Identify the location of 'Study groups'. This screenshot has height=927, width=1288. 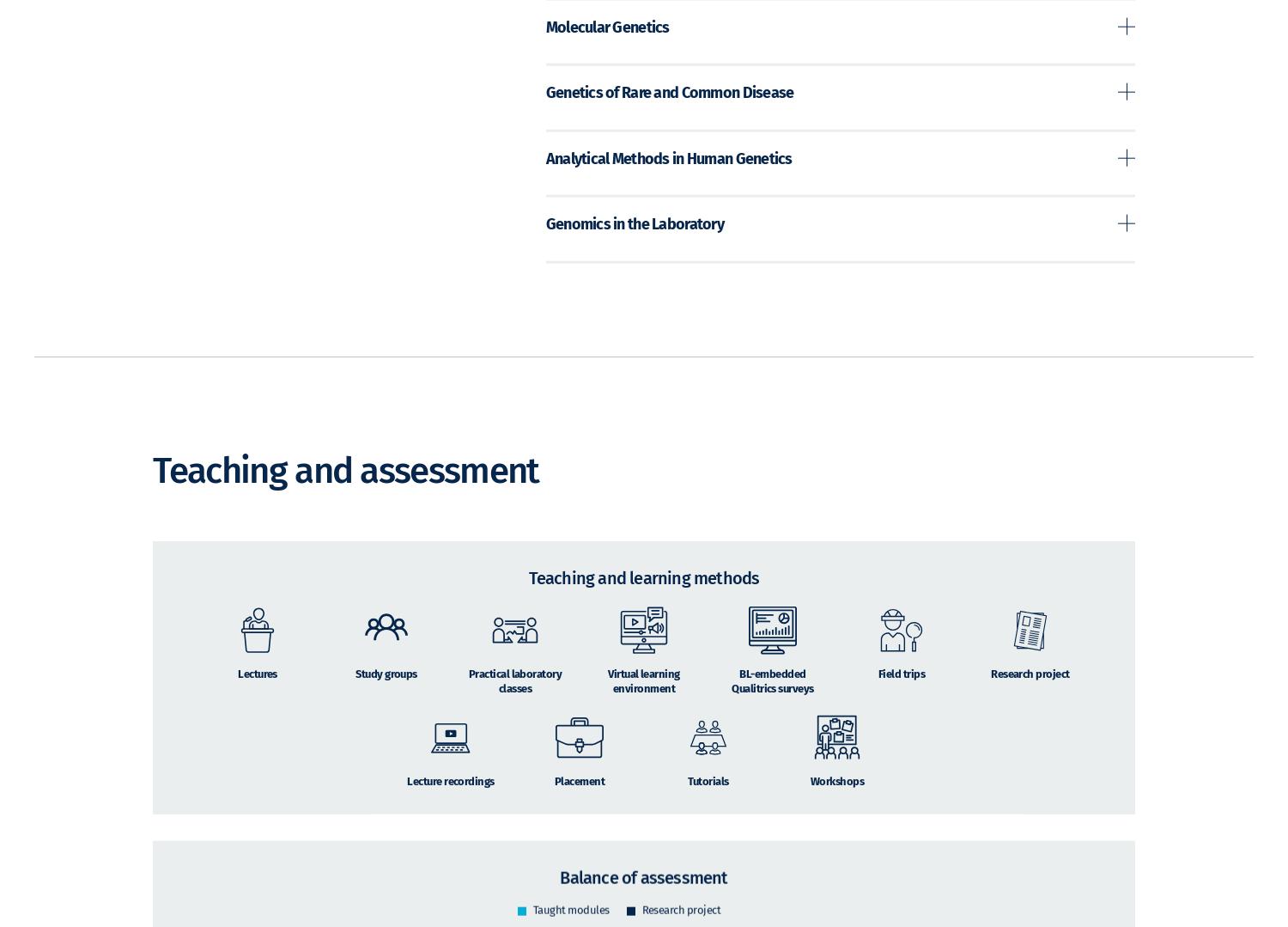
(385, 698).